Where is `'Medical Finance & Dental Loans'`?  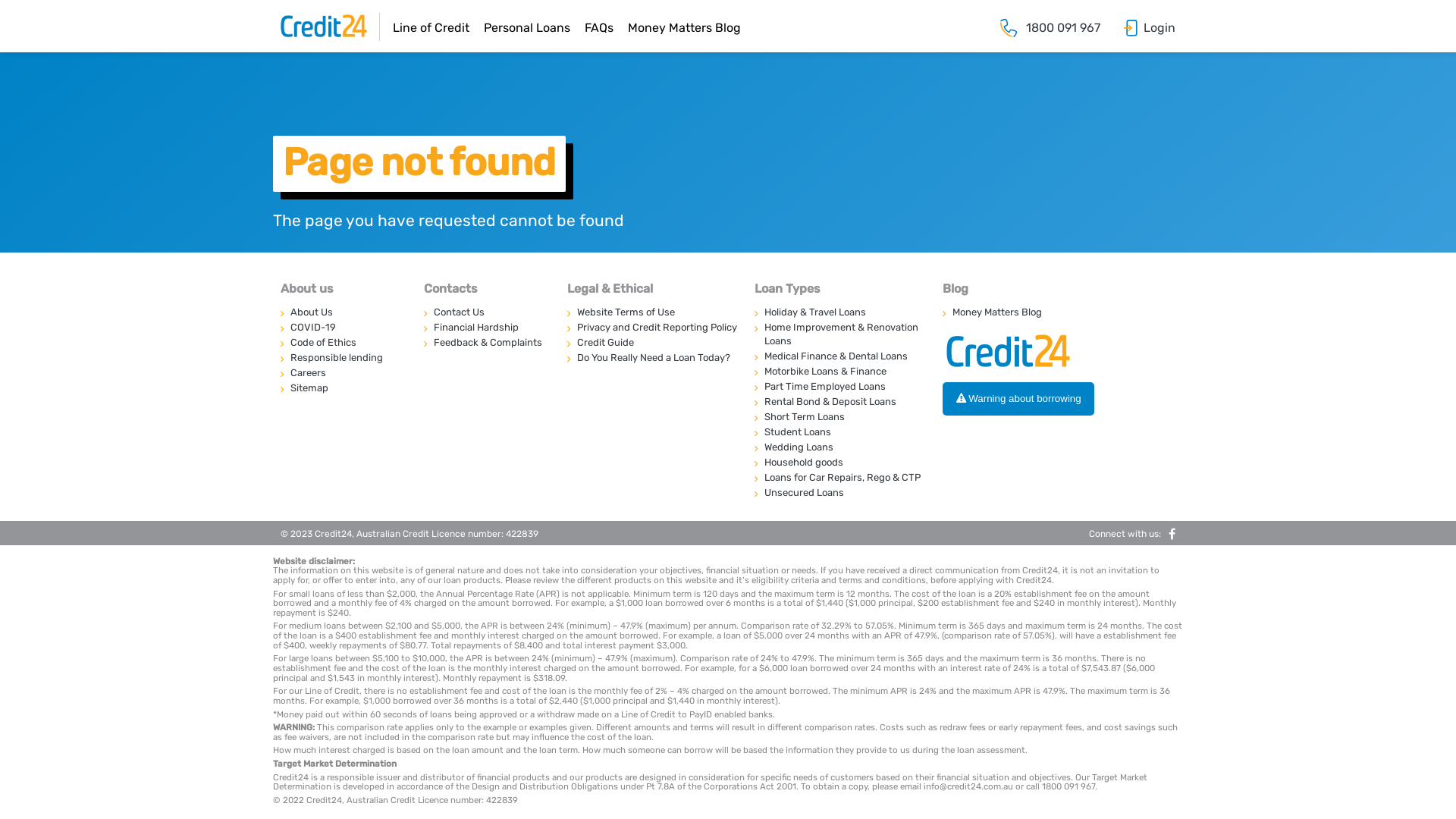
'Medical Finance & Dental Loans' is located at coordinates (754, 356).